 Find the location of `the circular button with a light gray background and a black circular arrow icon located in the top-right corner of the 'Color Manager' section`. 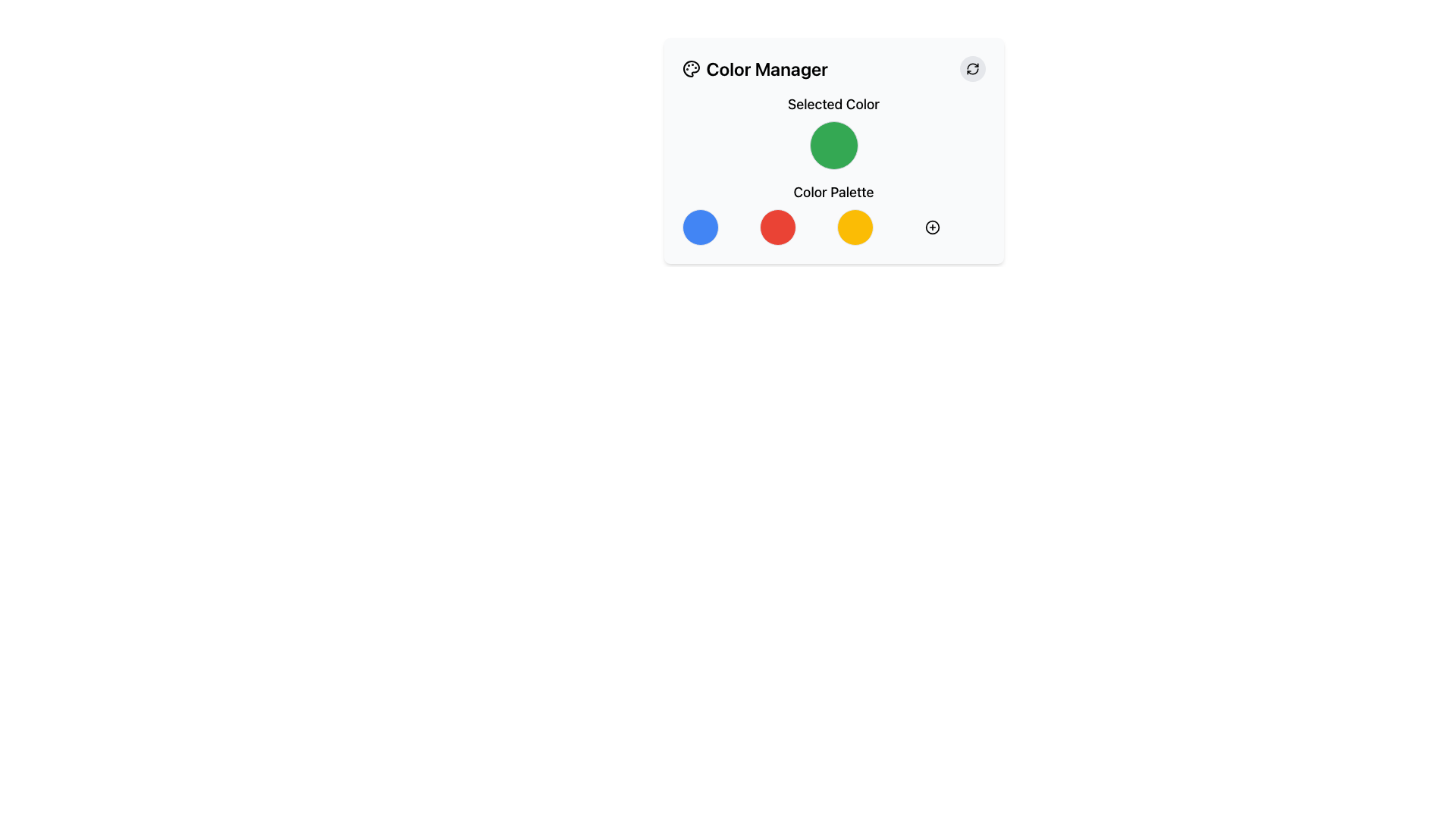

the circular button with a light gray background and a black circular arrow icon located in the top-right corner of the 'Color Manager' section is located at coordinates (972, 69).